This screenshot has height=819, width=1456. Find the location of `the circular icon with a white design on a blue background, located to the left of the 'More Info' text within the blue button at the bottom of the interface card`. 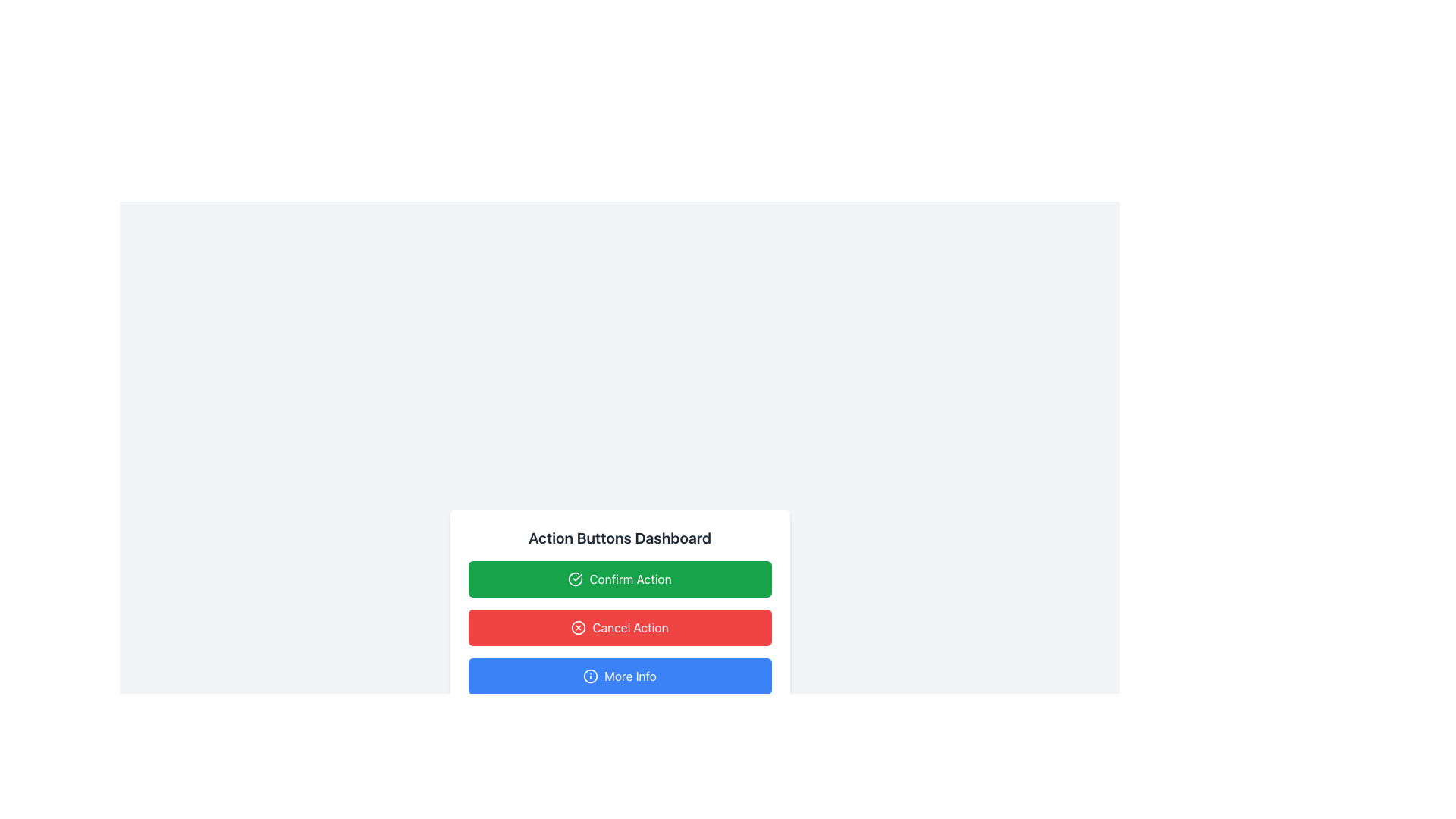

the circular icon with a white design on a blue background, located to the left of the 'More Info' text within the blue button at the bottom of the interface card is located at coordinates (590, 675).